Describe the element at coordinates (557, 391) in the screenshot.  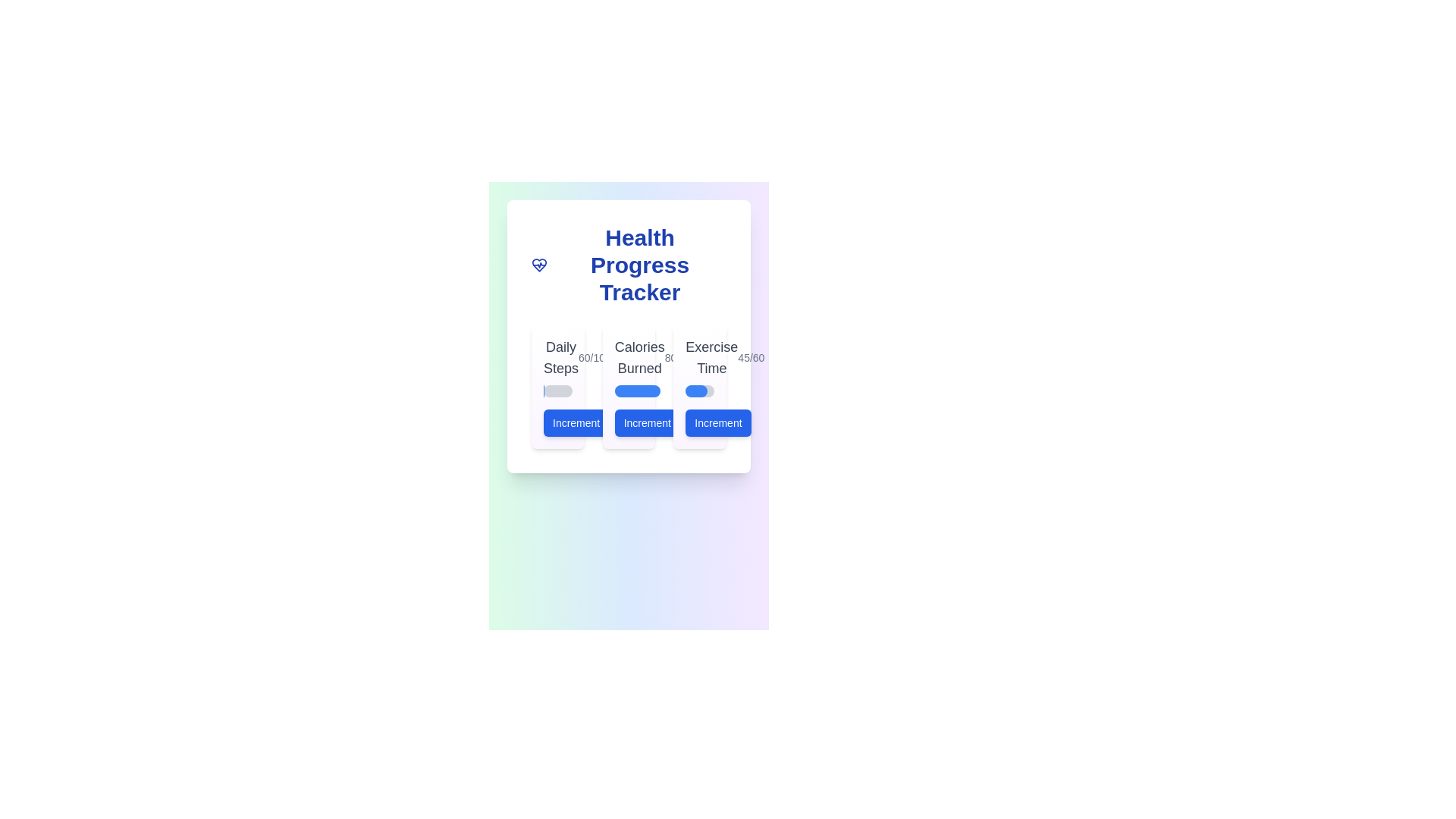
I see `the progress bar that visually represents the progress towards a daily step goal, positioned below the text 'Daily Steps' and above the 'Increment' button` at that location.